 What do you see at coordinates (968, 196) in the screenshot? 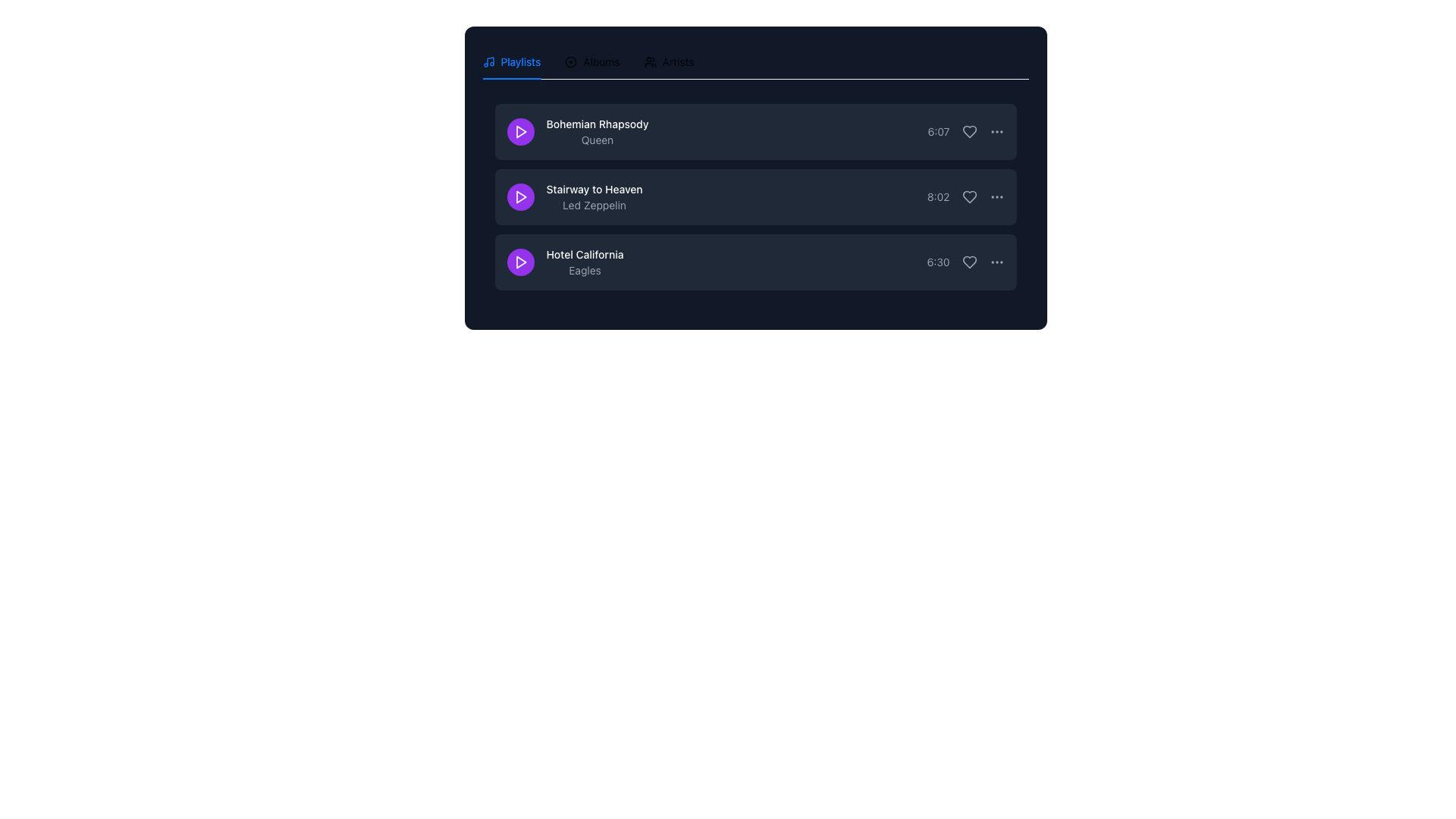
I see `the second heart icon button for liking the song 'Stairway to Heaven'` at bounding box center [968, 196].